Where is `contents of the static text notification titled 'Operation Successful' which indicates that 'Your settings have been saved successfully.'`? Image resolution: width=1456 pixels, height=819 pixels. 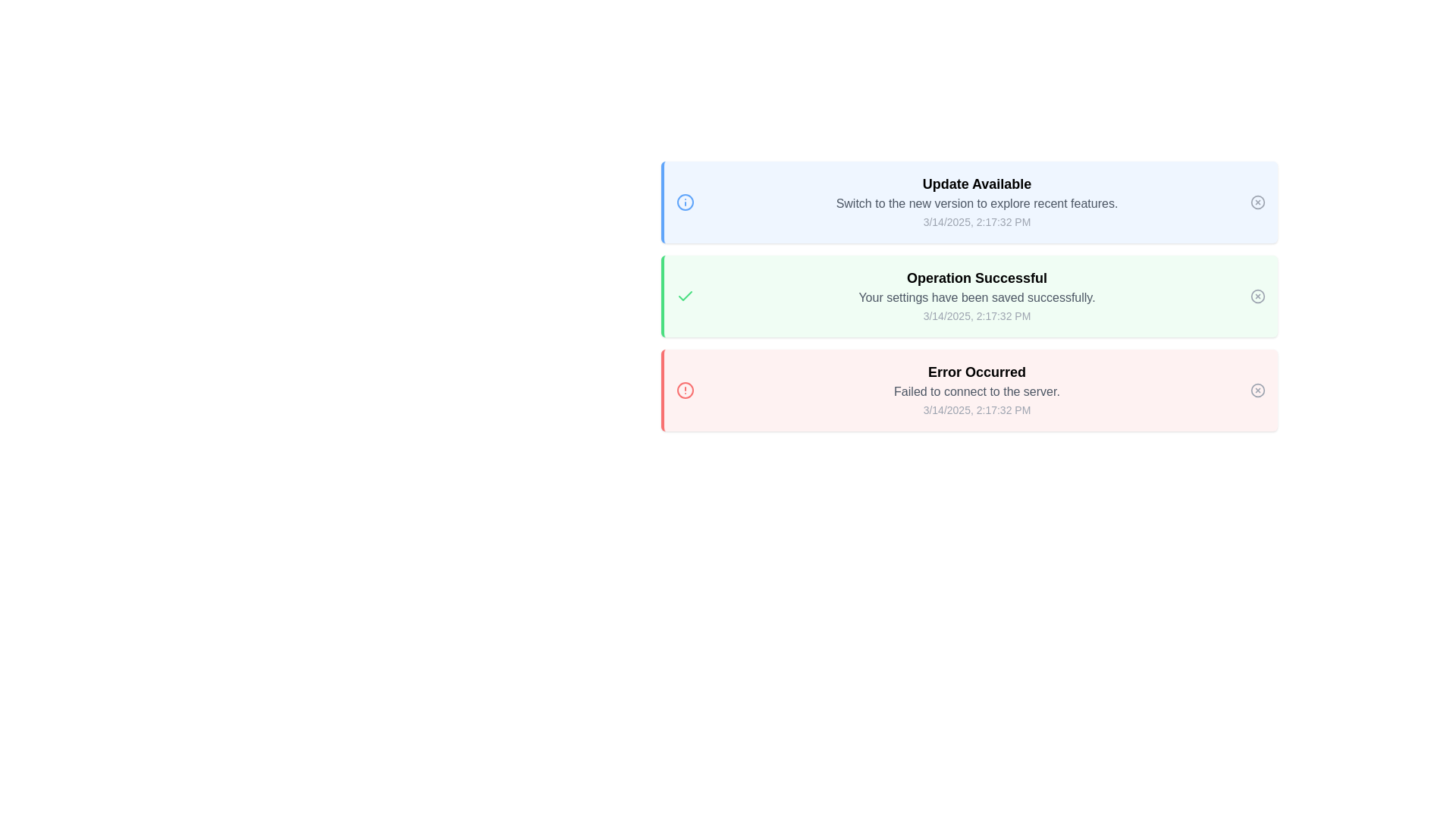 contents of the static text notification titled 'Operation Successful' which indicates that 'Your settings have been saved successfully.' is located at coordinates (977, 296).